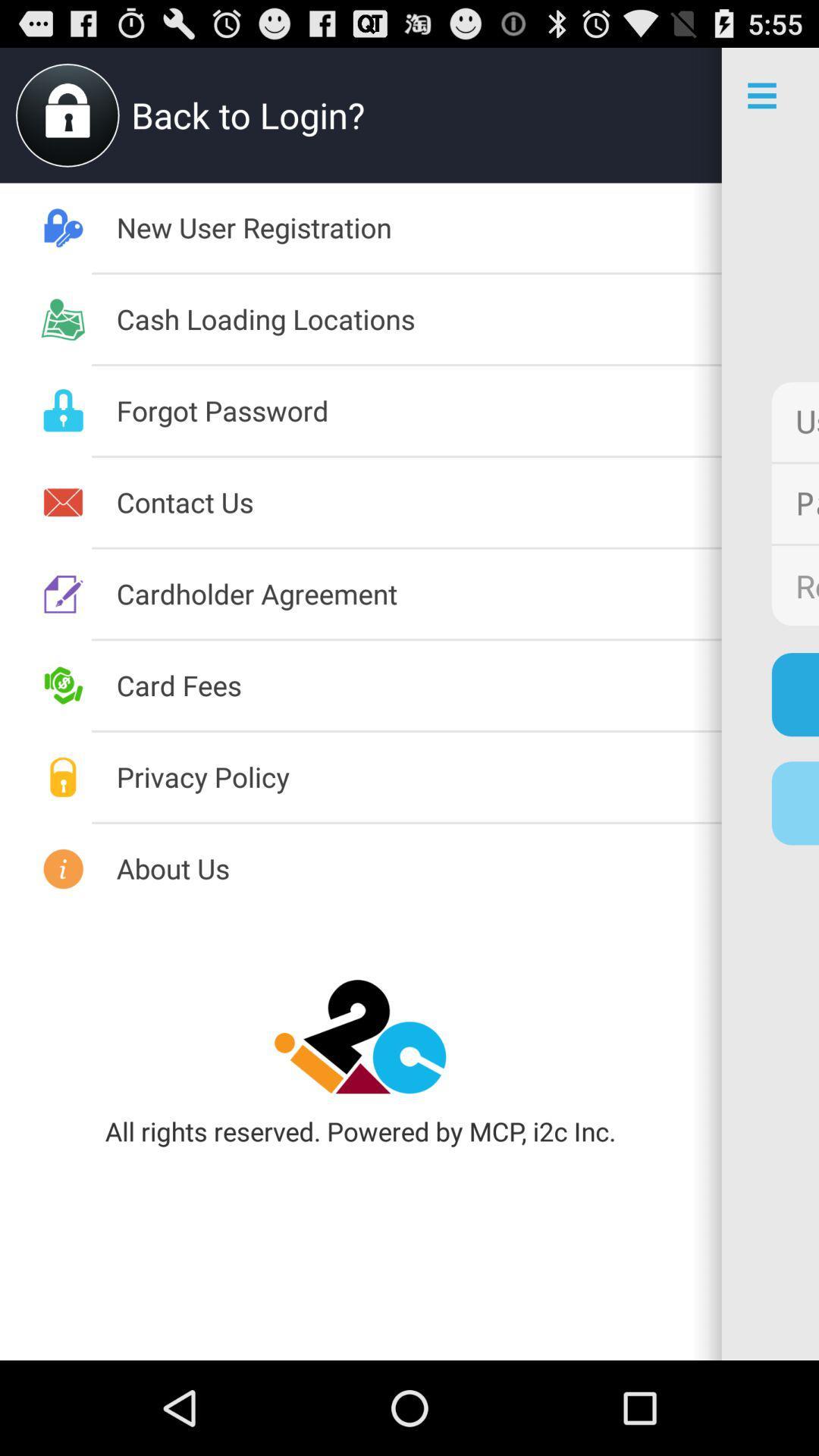 The width and height of the screenshot is (819, 1456). Describe the element at coordinates (770, 94) in the screenshot. I see `the icon which consists of three horizontal bars` at that location.